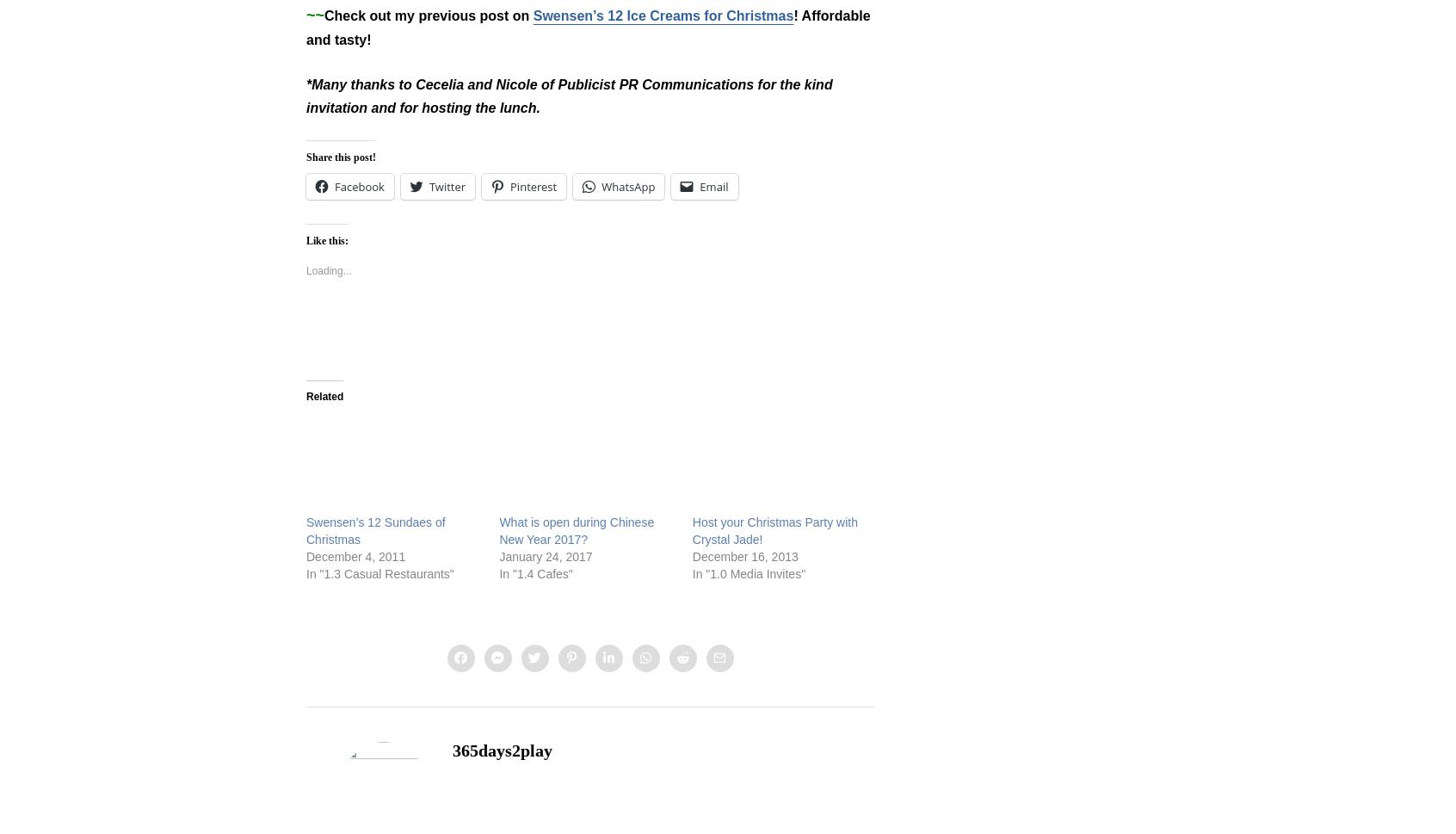  What do you see at coordinates (305, 240) in the screenshot?
I see `'Like this:'` at bounding box center [305, 240].